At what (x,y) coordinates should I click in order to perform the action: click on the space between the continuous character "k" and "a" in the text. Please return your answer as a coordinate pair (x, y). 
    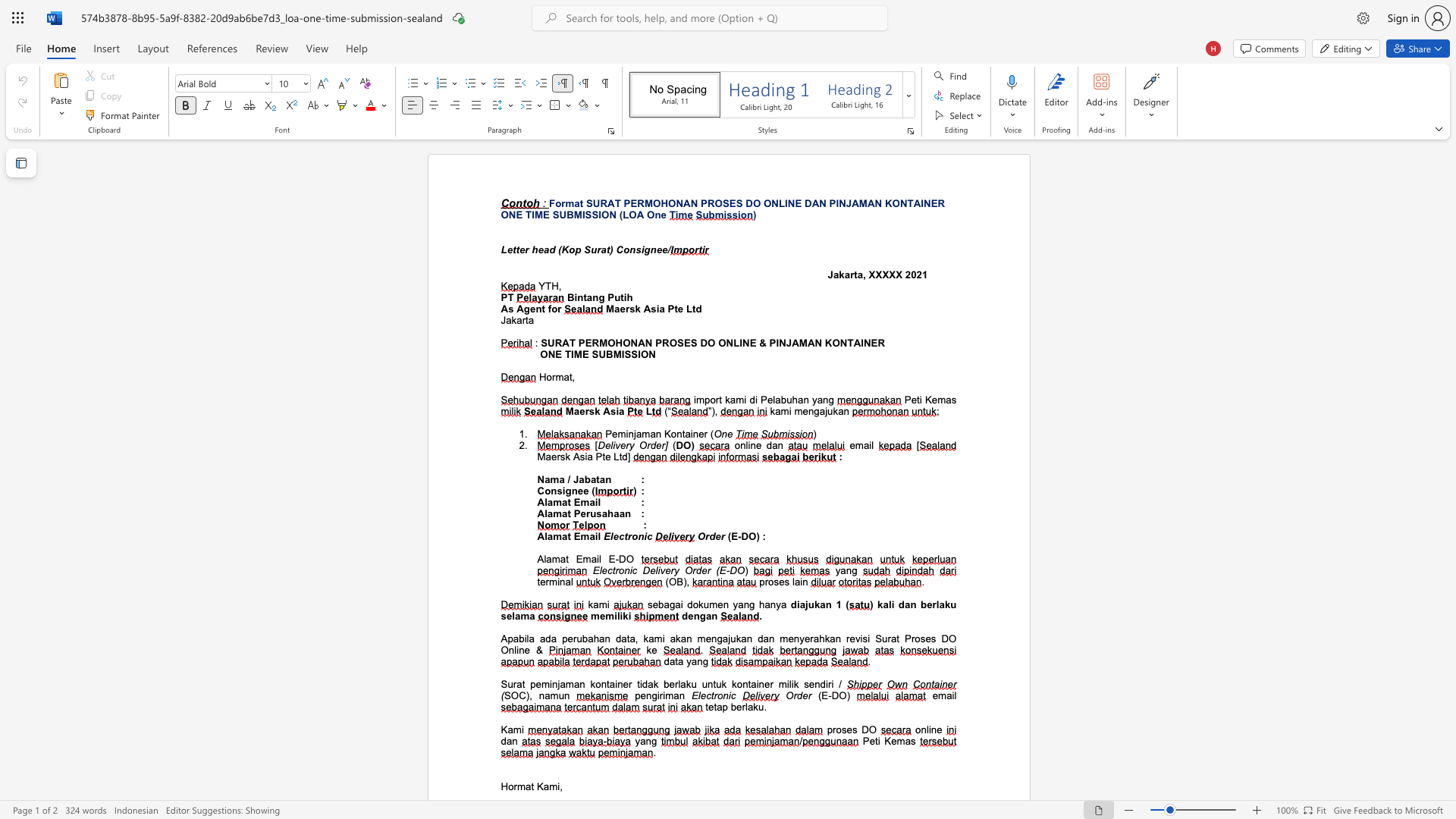
    Looking at the image, I should click on (843, 275).